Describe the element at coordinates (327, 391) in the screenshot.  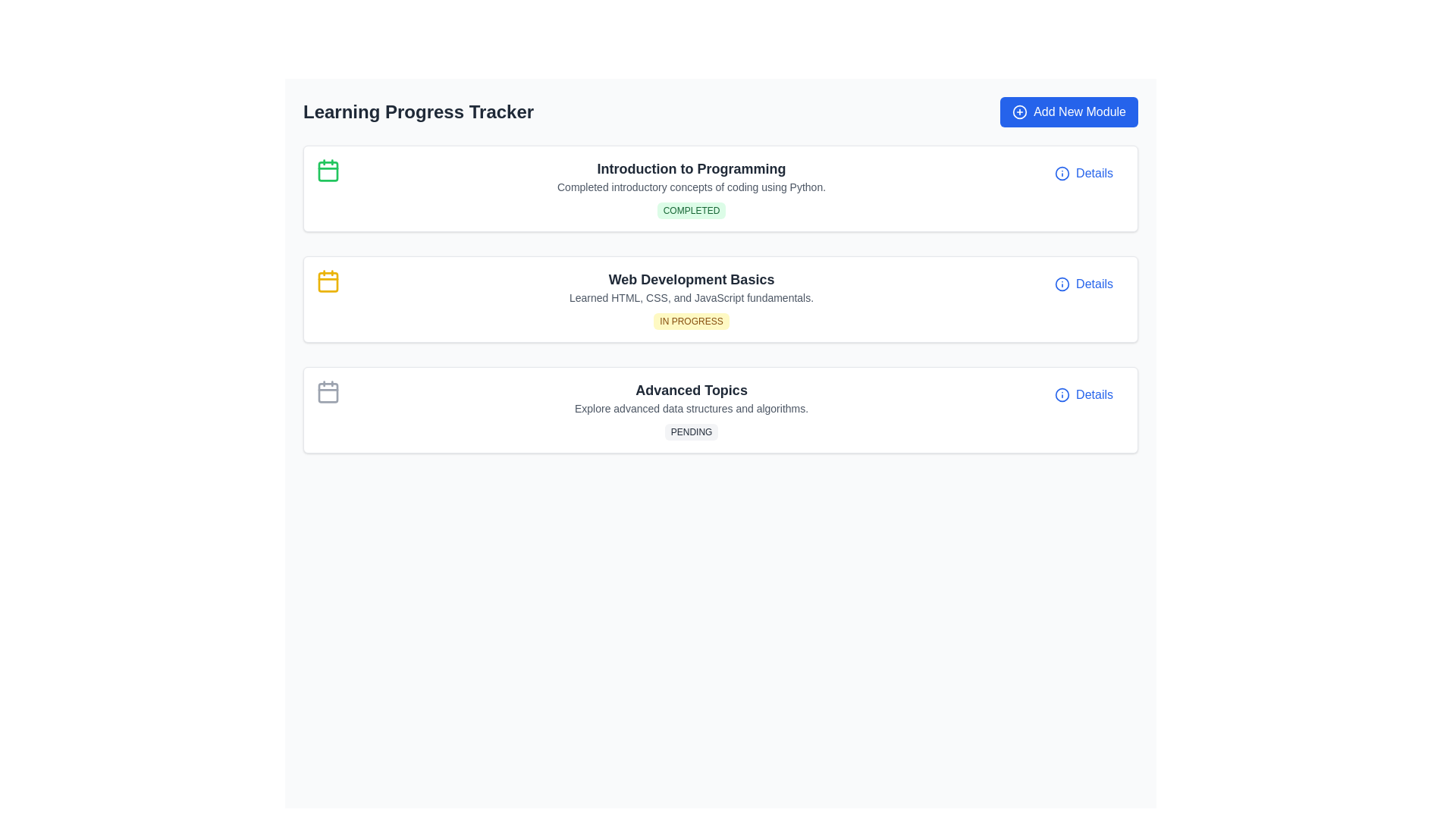
I see `the third calendar icon representing the 'Pending' status of the 'Advanced Topics' module, located at the left of the module's title` at that location.